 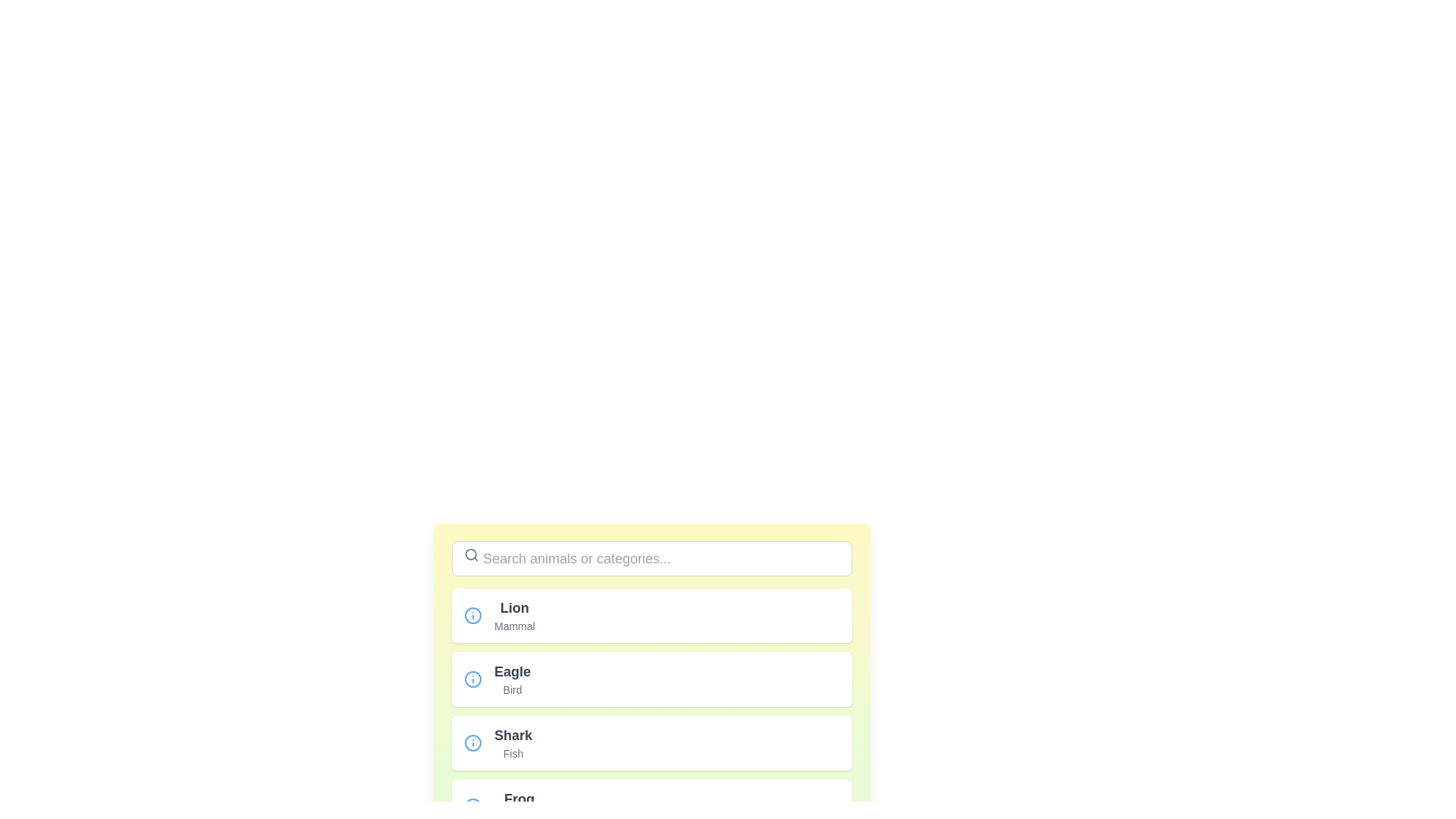 What do you see at coordinates (472, 742) in the screenshot?
I see `the informational icon for the 'Shark Fish' item` at bounding box center [472, 742].